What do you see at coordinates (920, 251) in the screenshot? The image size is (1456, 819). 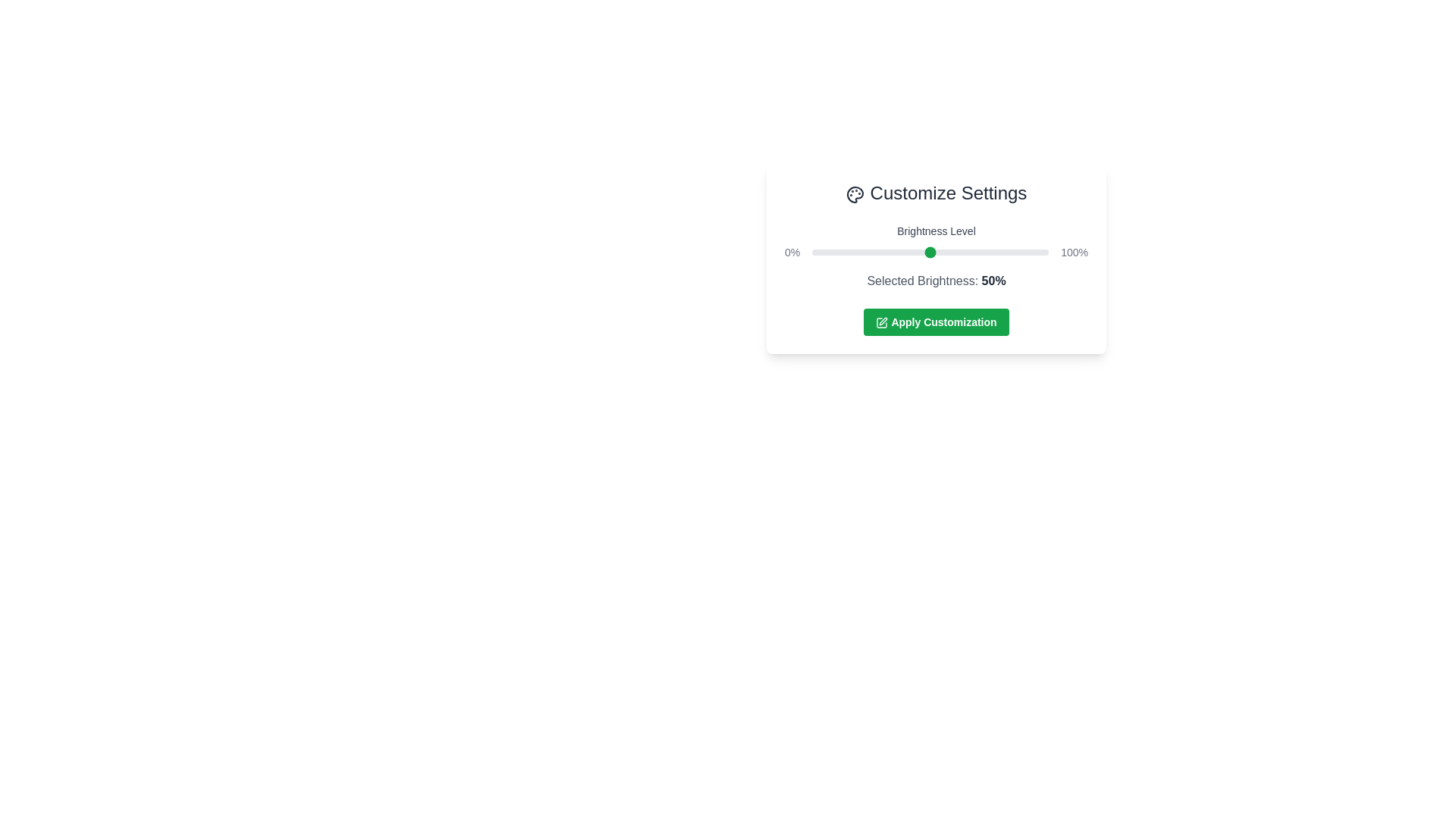 I see `the brightness` at bounding box center [920, 251].